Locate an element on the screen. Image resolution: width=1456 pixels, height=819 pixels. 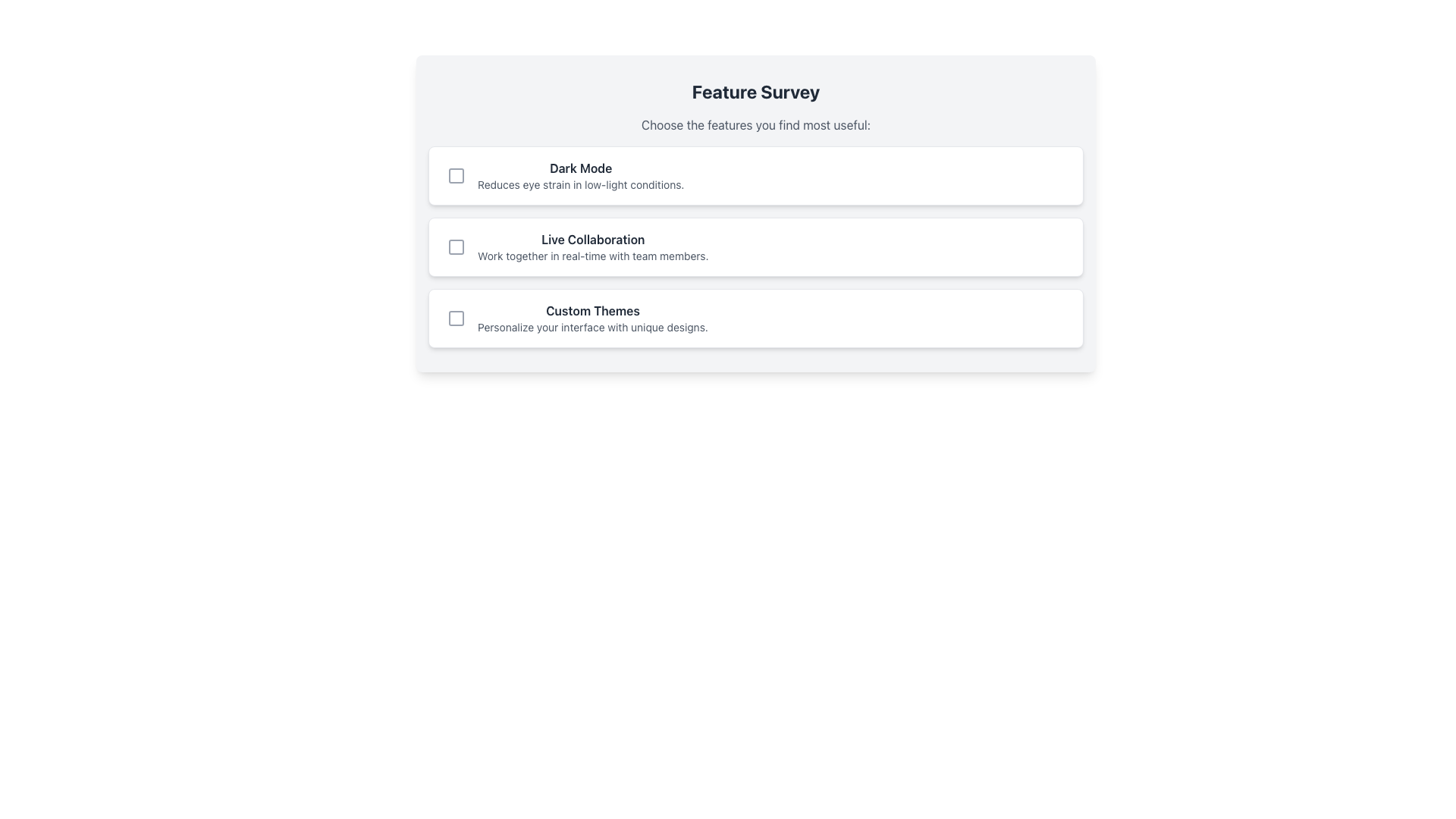
the SVG-based checkbox for 'Custom Themes', which is a square-shaped icon with a light grey rounded rectangular border is located at coordinates (455, 318).